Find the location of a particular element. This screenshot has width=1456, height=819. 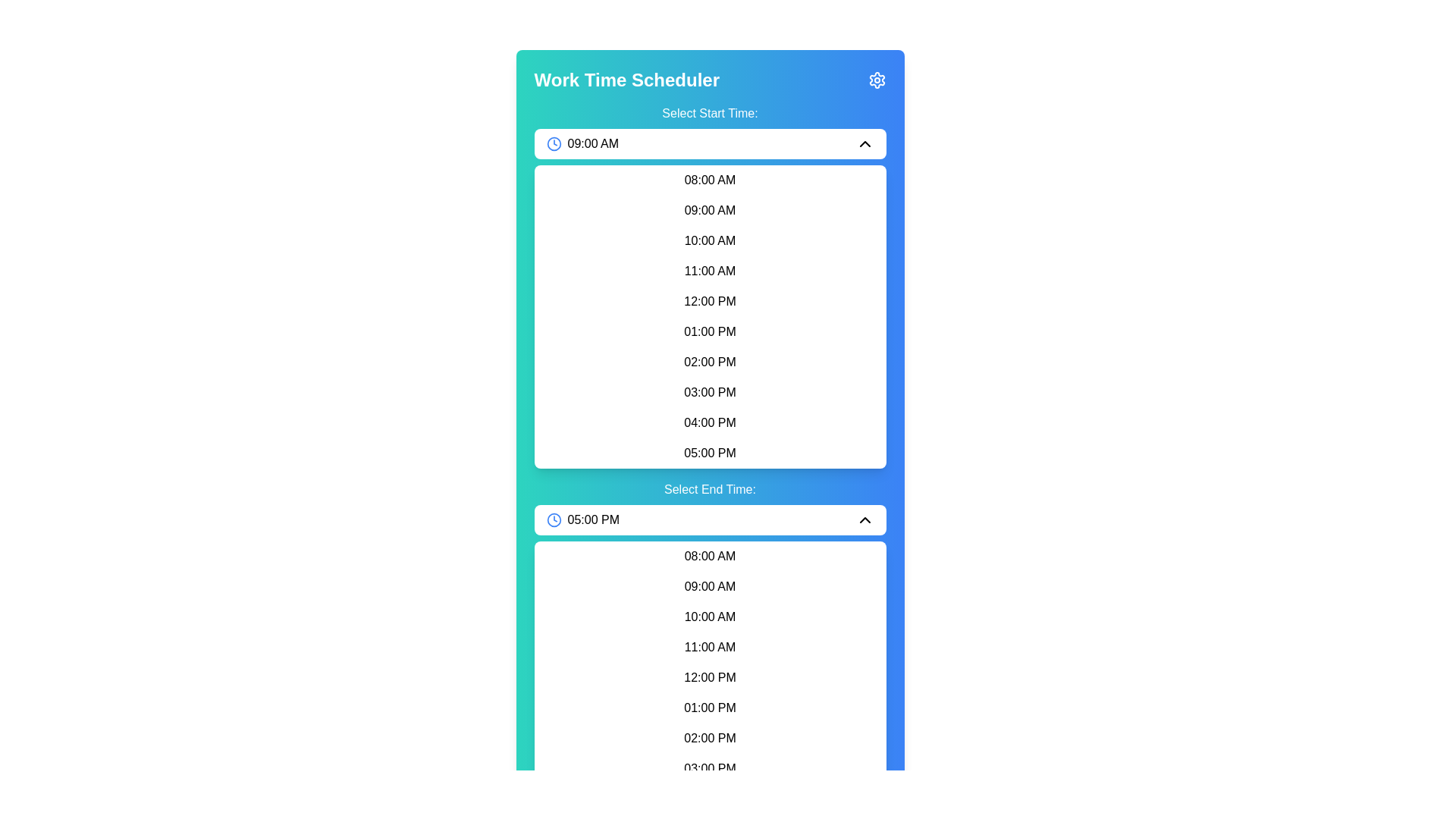

the 'Select Start Time' text with icon that displays the currently selected time, located at the top of the 'Work Time Scheduler' section is located at coordinates (582, 143).